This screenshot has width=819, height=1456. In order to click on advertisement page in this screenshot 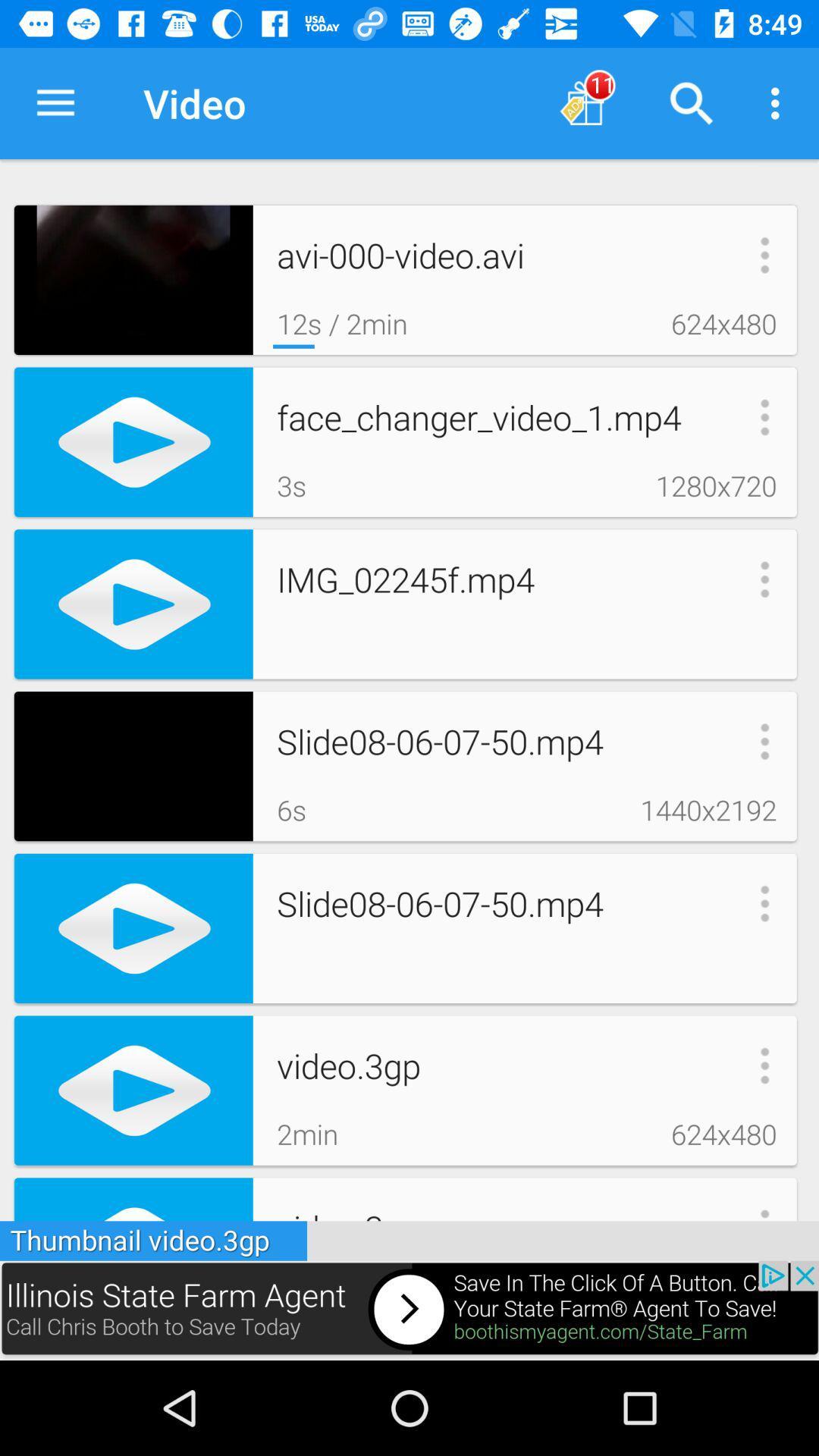, I will do `click(409, 1310)`.